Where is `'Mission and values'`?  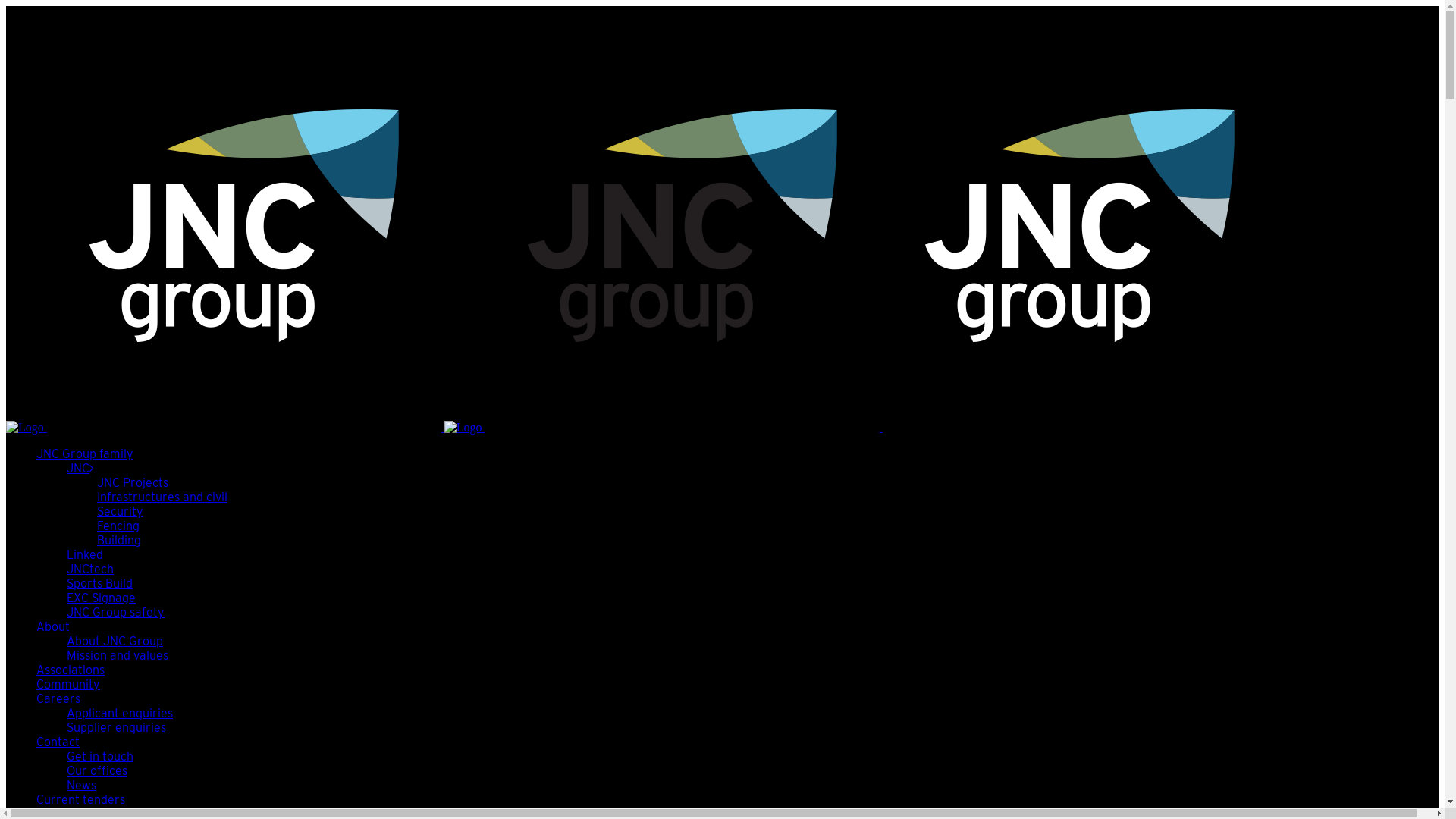
'Mission and values' is located at coordinates (65, 654).